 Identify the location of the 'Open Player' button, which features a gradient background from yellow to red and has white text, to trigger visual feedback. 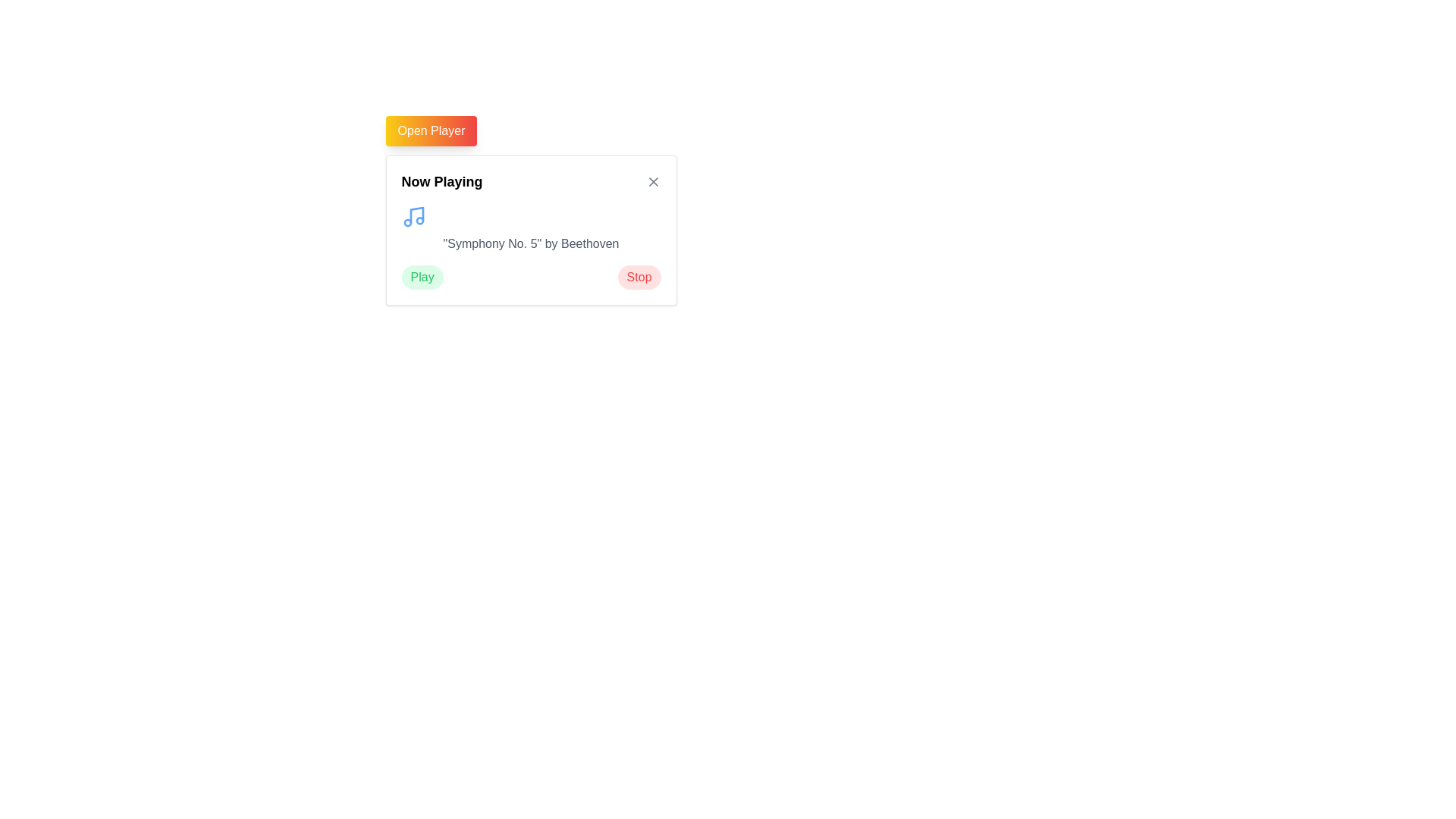
(431, 130).